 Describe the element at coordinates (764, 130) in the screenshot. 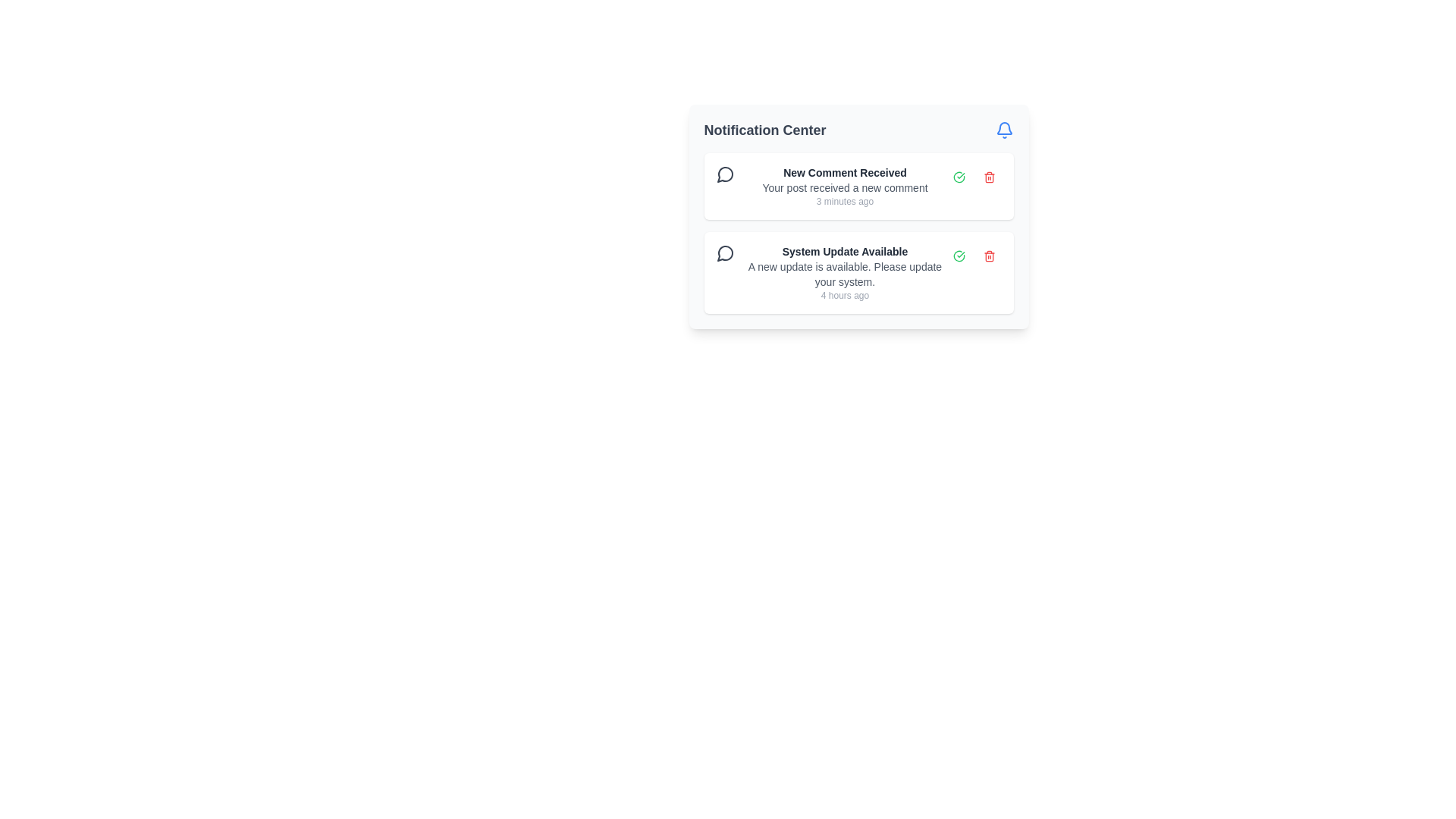

I see `text label titled 'Notification Center' which is displayed in bold, dark gray at the top of the notification panel` at that location.